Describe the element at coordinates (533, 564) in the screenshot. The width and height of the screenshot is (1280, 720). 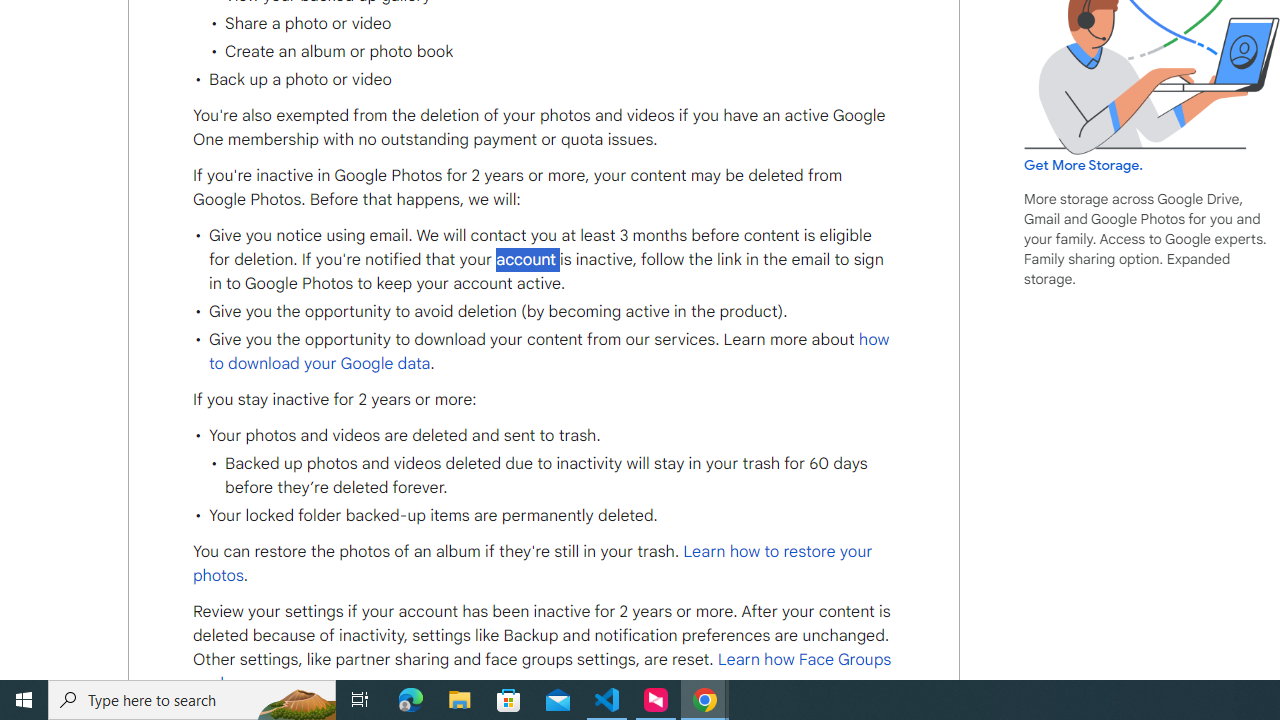
I see `'Learn how to restore your photos'` at that location.